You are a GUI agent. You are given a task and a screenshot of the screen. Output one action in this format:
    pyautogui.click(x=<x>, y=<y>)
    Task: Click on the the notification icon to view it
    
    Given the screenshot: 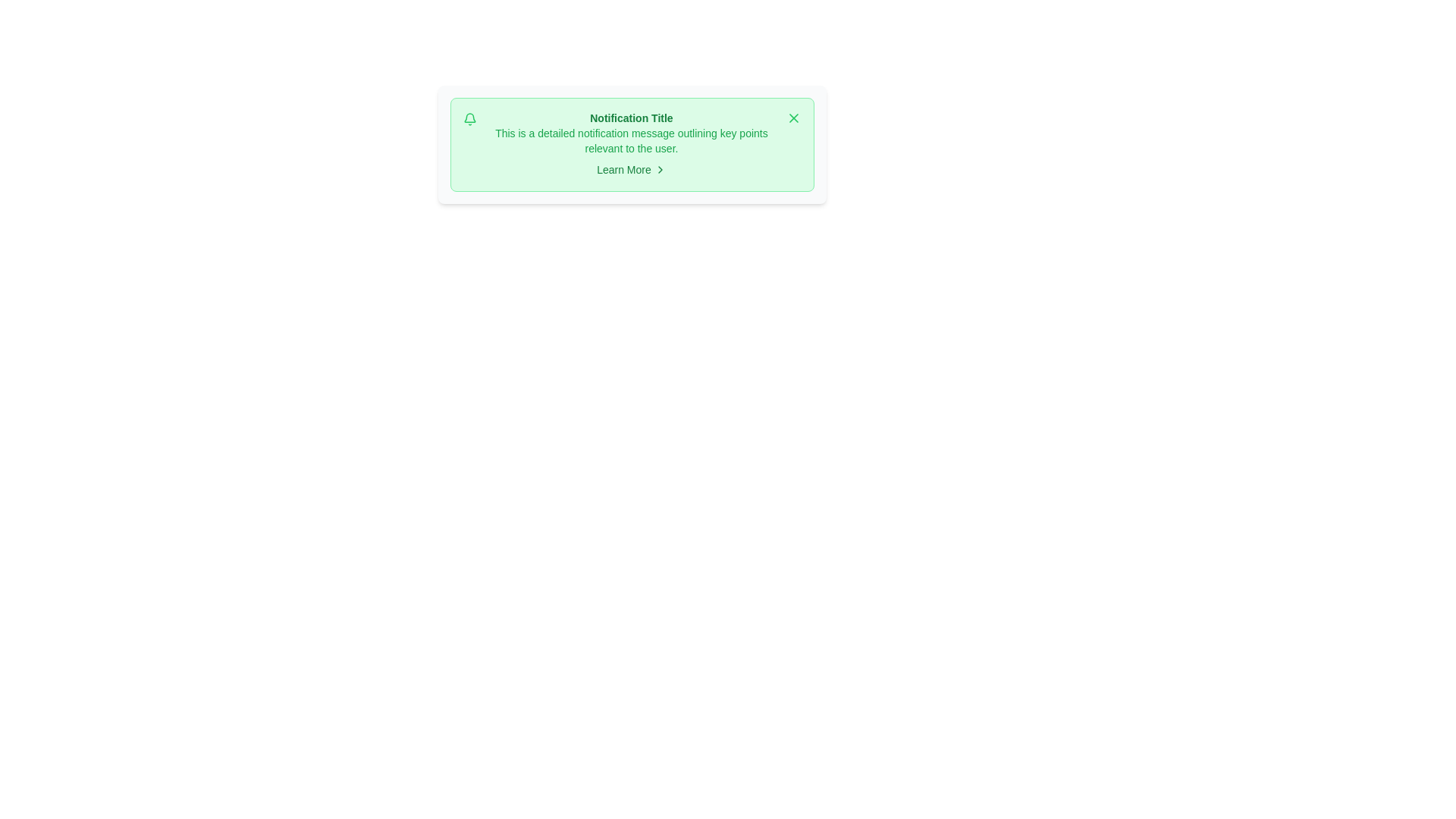 What is the action you would take?
    pyautogui.click(x=469, y=119)
    